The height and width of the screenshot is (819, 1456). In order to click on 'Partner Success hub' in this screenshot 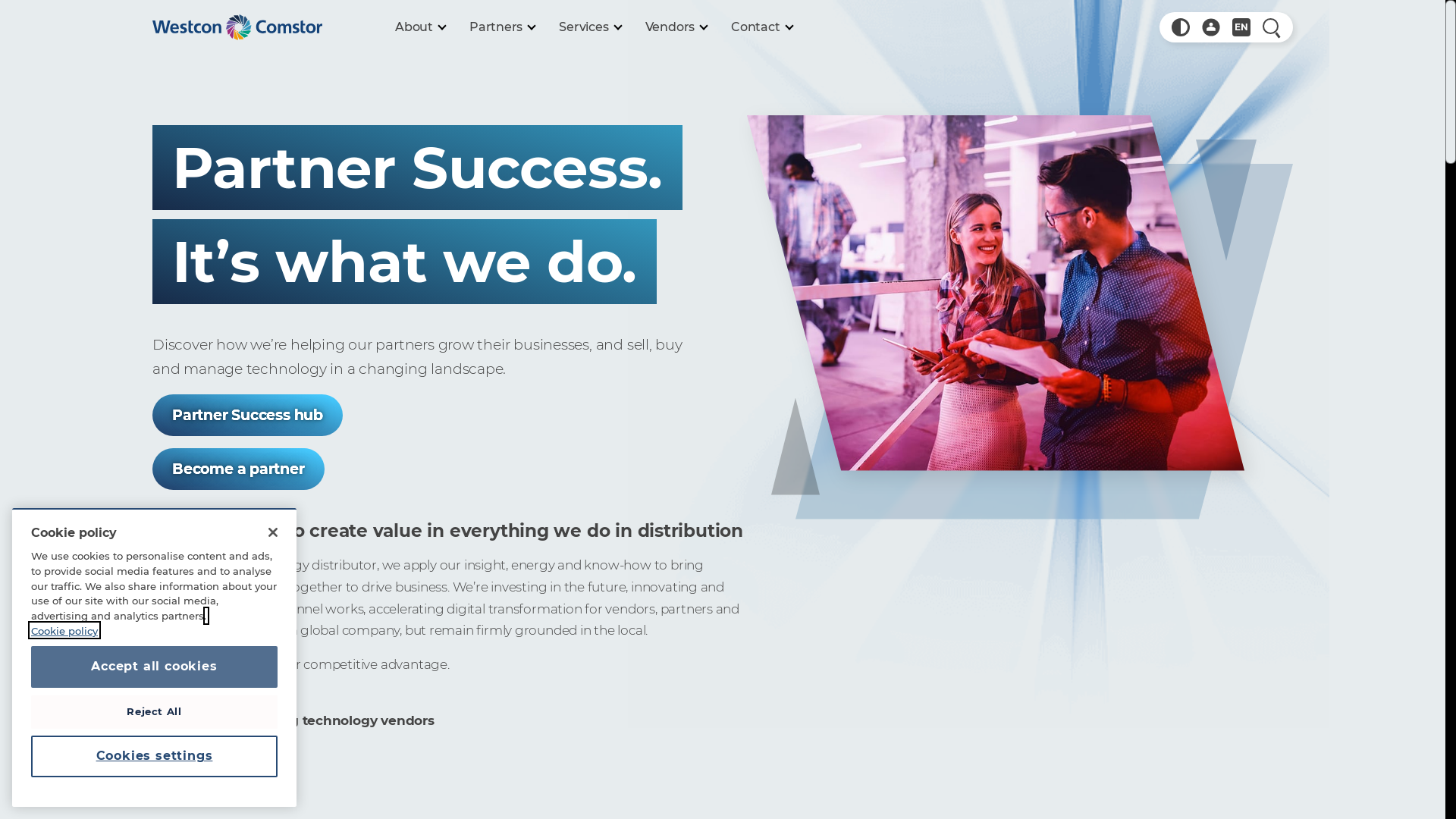, I will do `click(247, 415)`.